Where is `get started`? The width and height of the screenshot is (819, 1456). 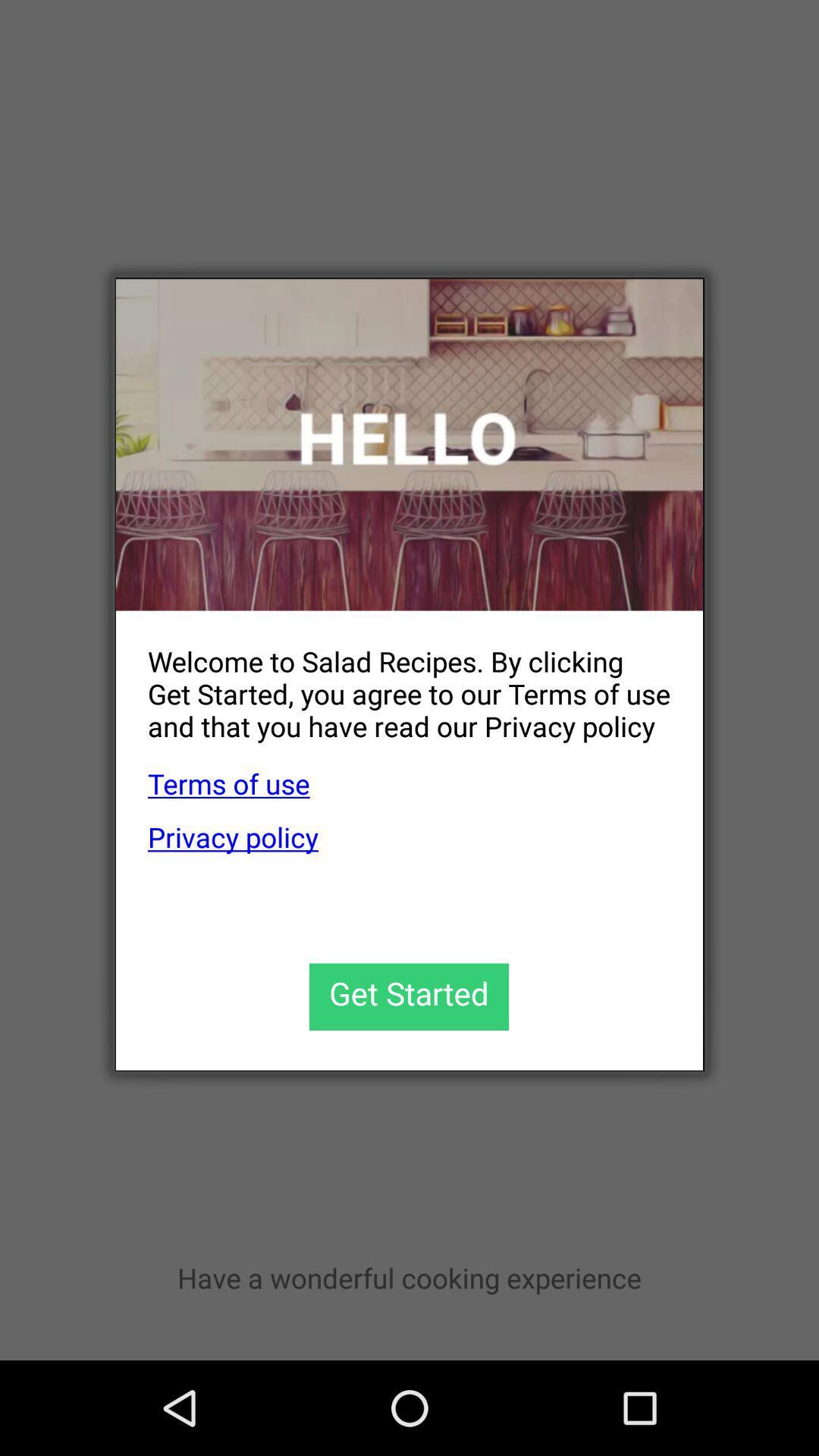
get started is located at coordinates (408, 996).